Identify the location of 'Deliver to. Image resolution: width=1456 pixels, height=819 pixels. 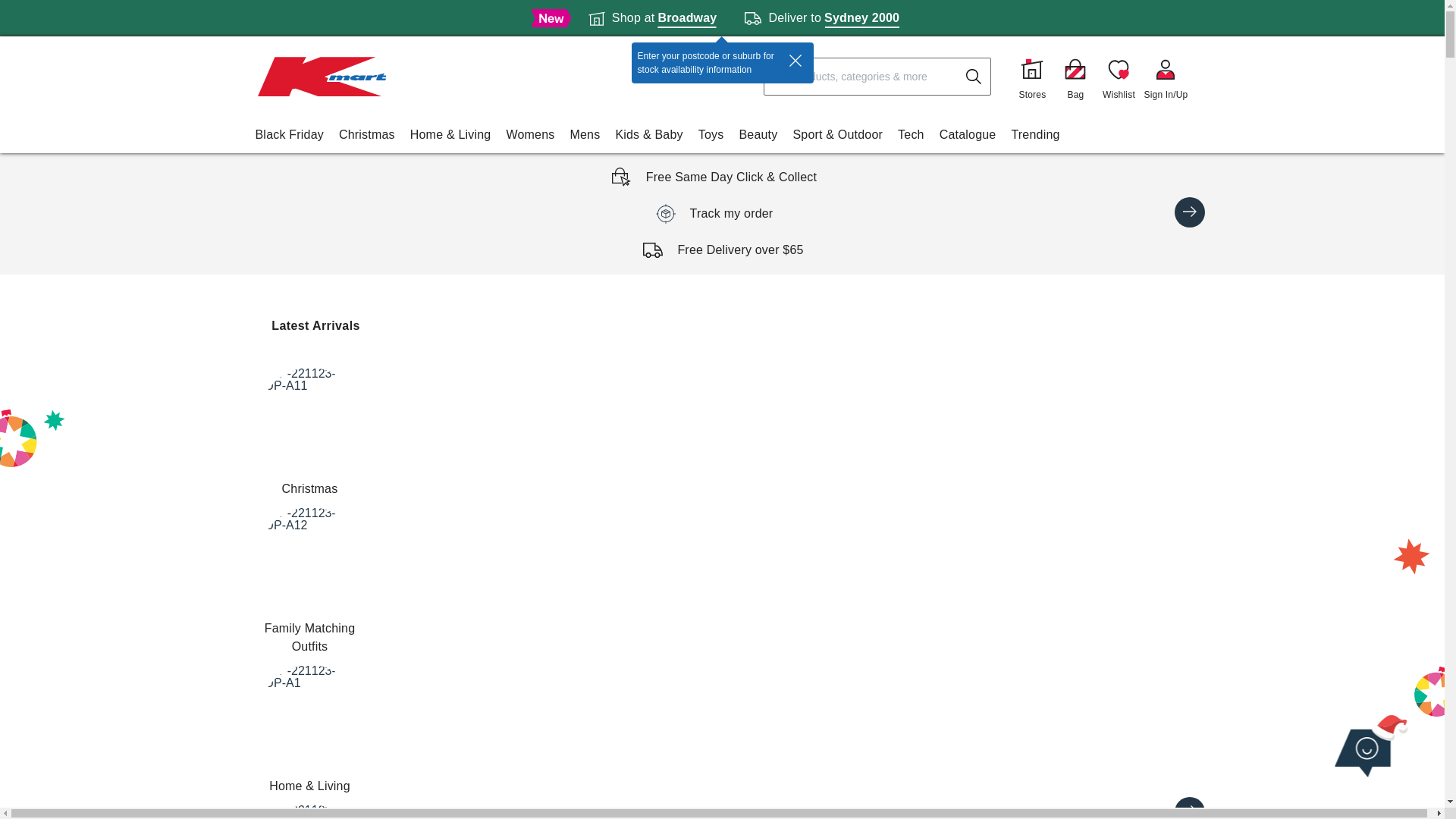
(821, 17).